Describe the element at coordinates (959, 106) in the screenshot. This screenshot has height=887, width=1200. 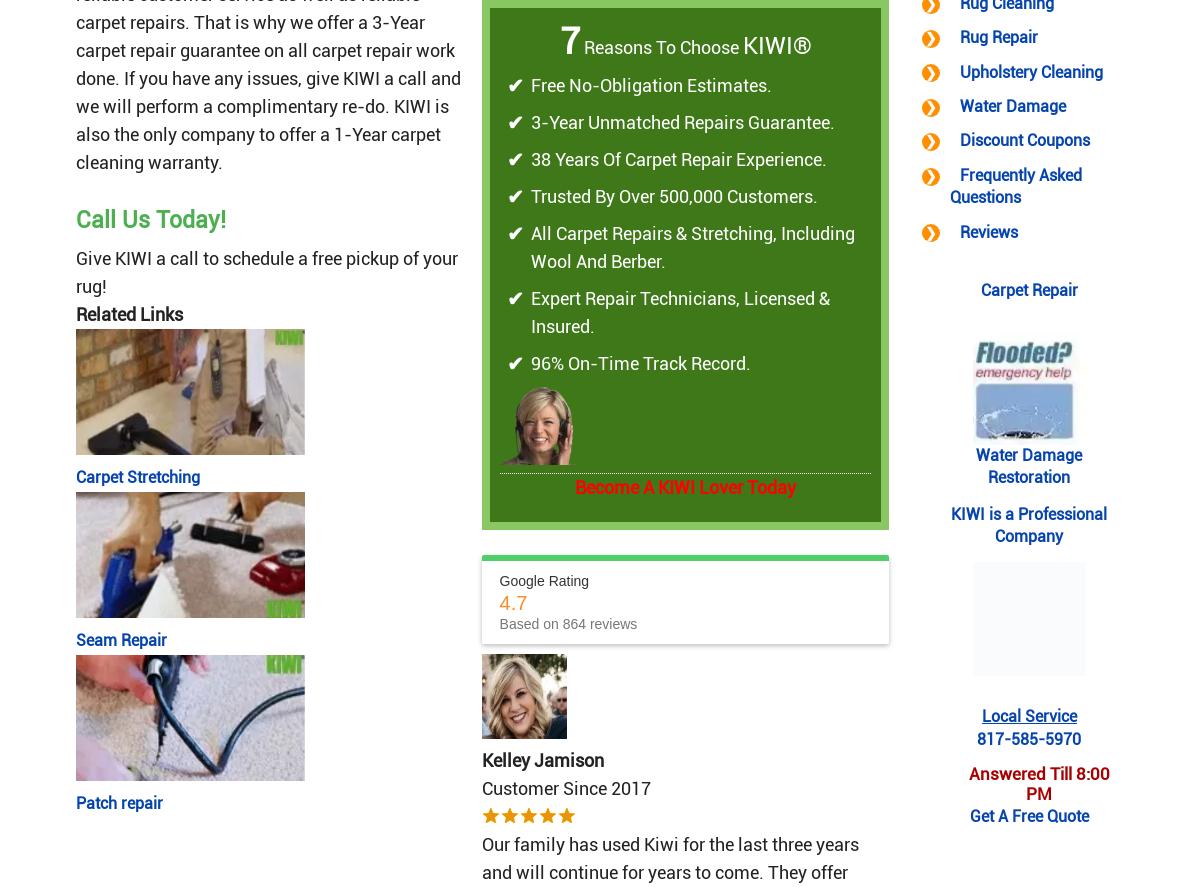
I see `'Water Damage'` at that location.